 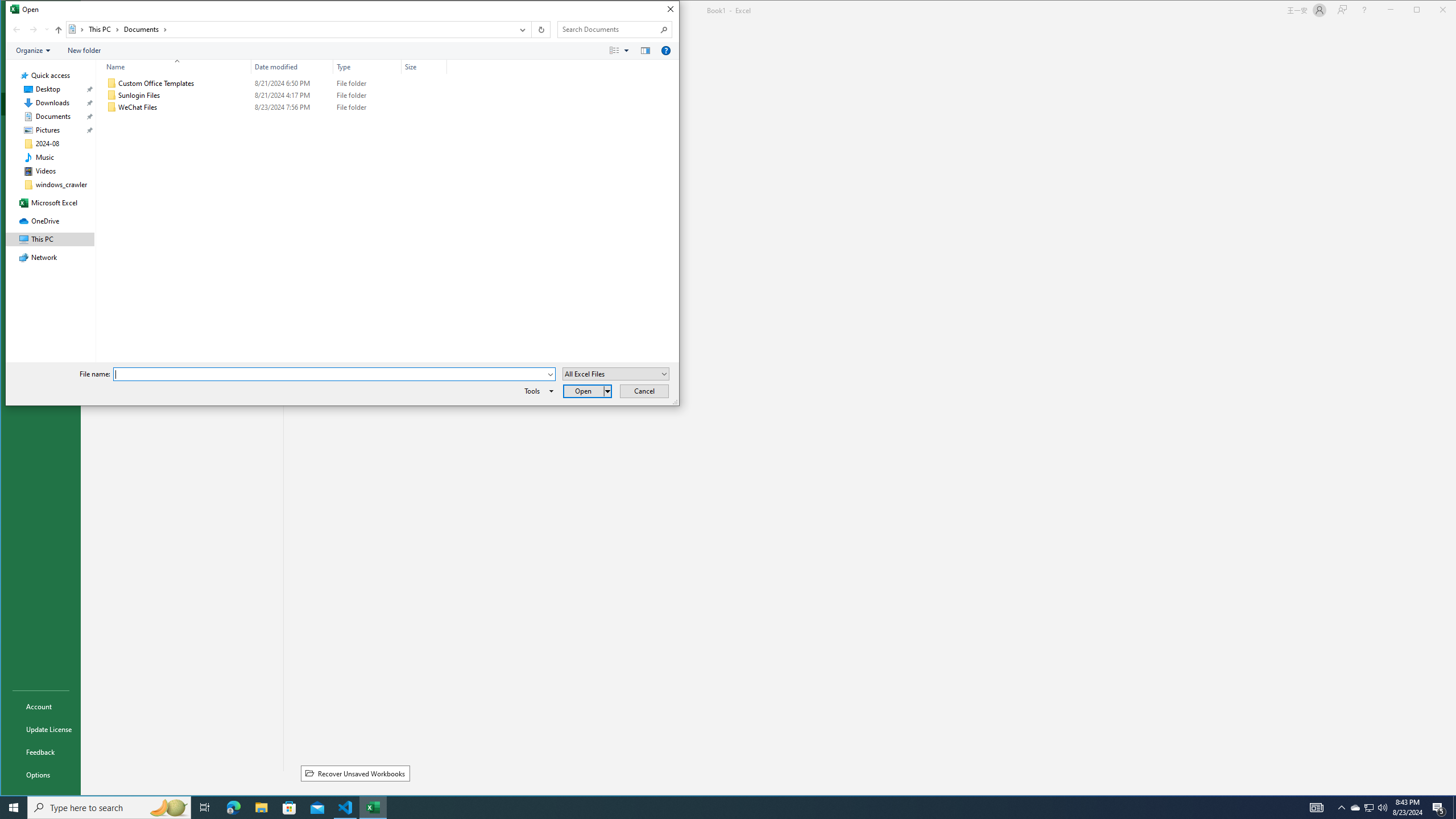 I want to click on 'Microsoft Edge', so click(x=233, y=806).